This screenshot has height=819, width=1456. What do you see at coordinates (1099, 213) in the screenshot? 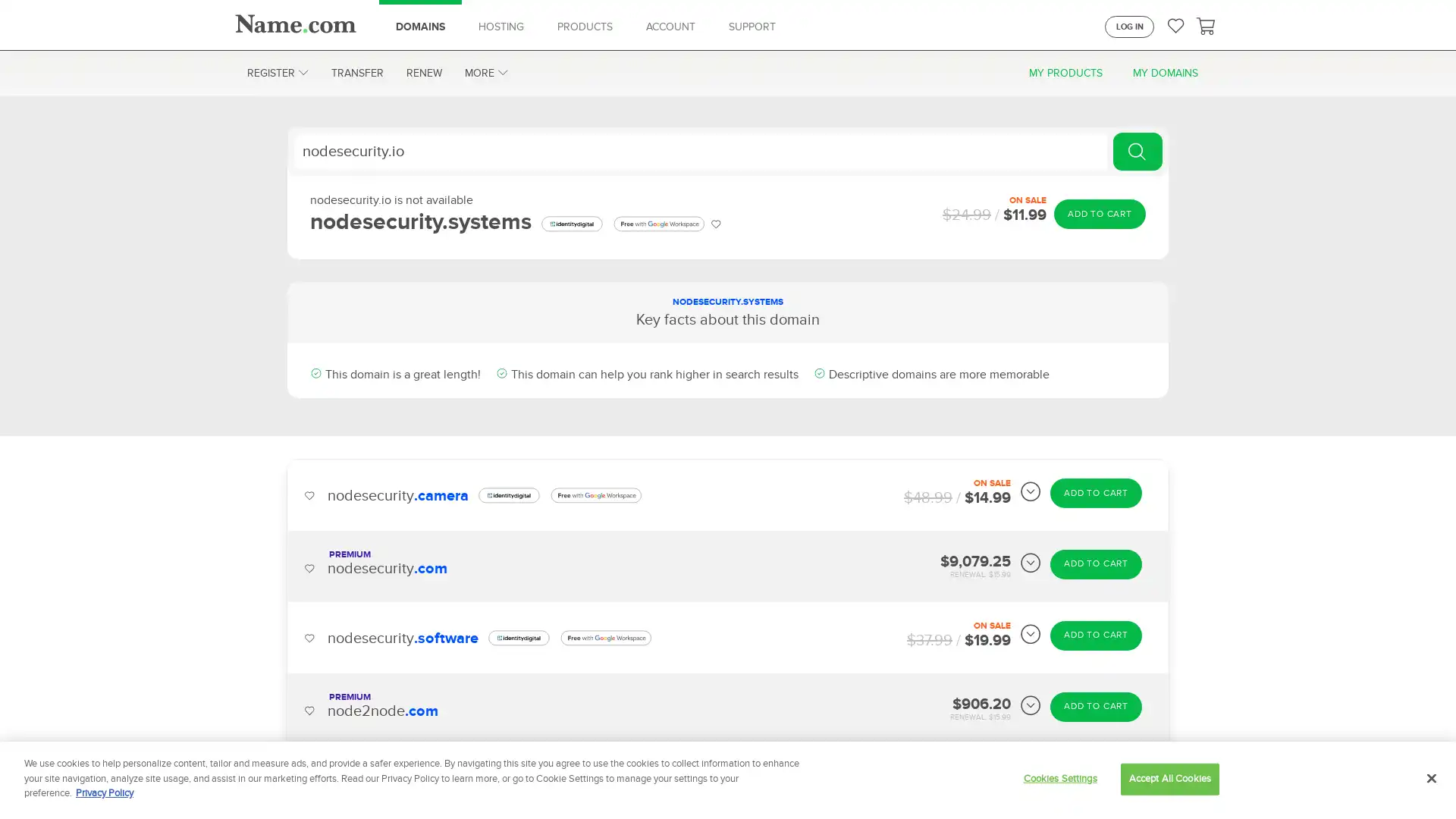
I see `ADD TO CART` at bounding box center [1099, 213].